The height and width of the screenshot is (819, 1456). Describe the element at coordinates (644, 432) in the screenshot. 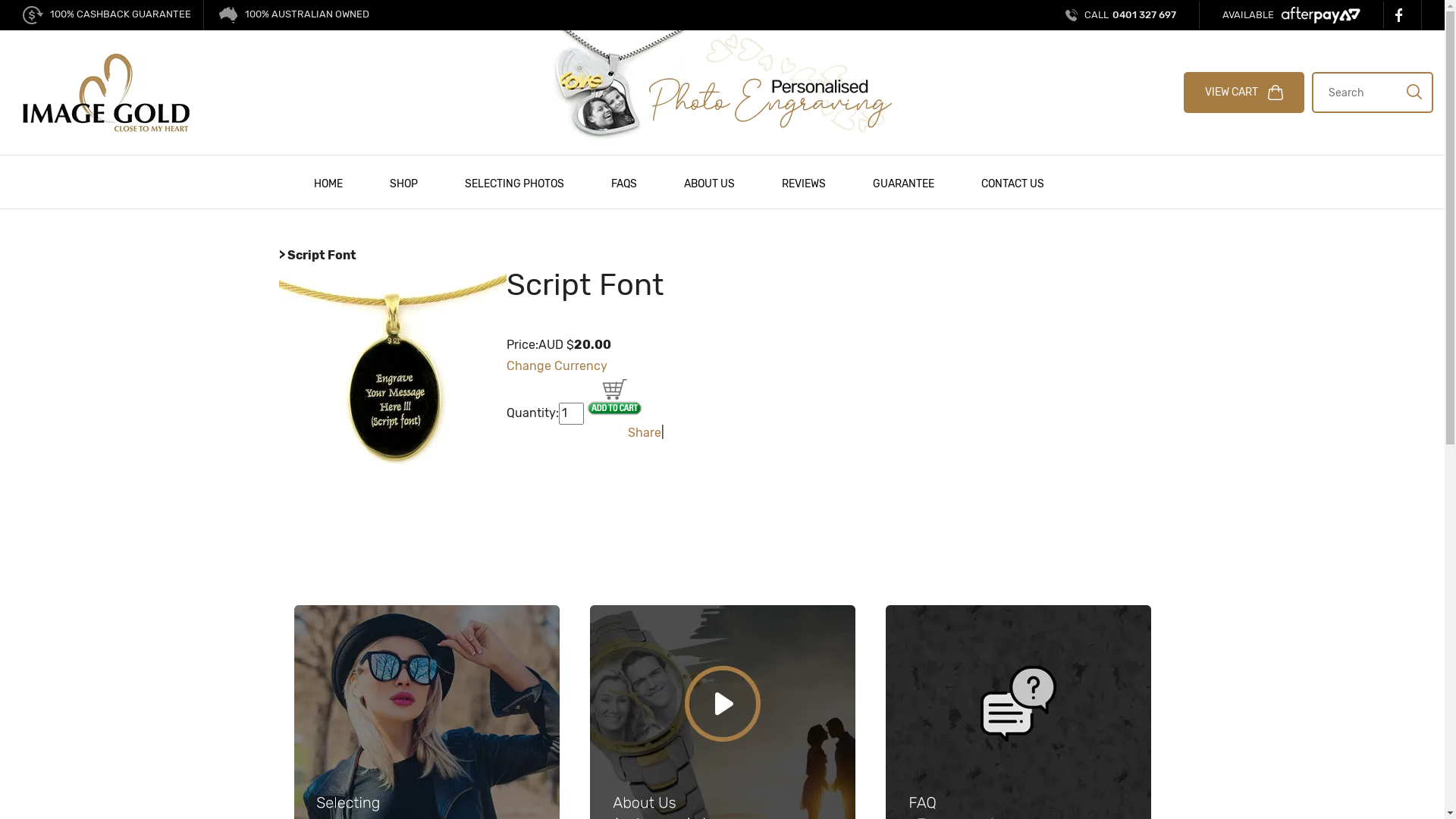

I see `'Share'` at that location.